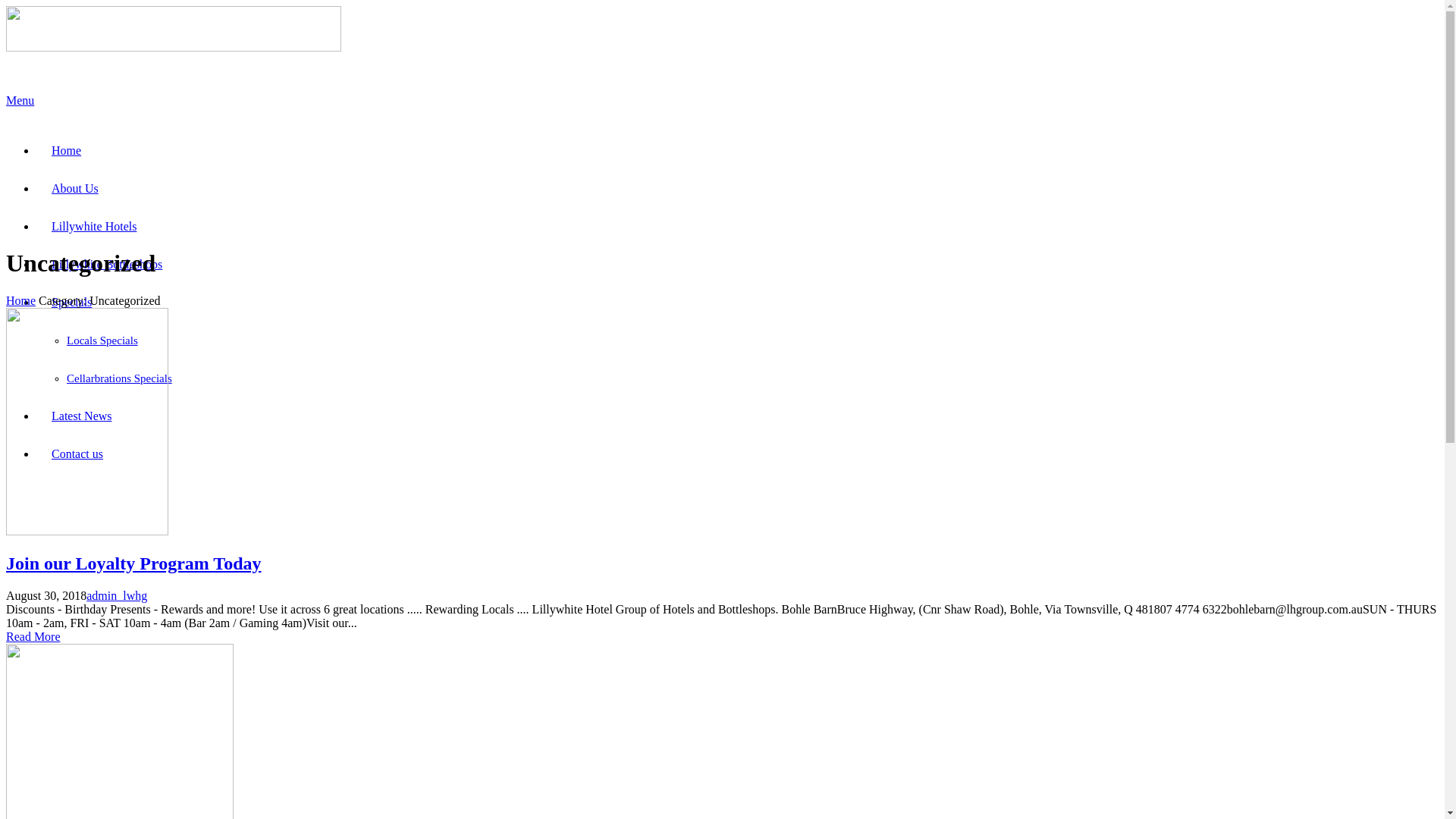  I want to click on 'Locals Specials', so click(101, 339).